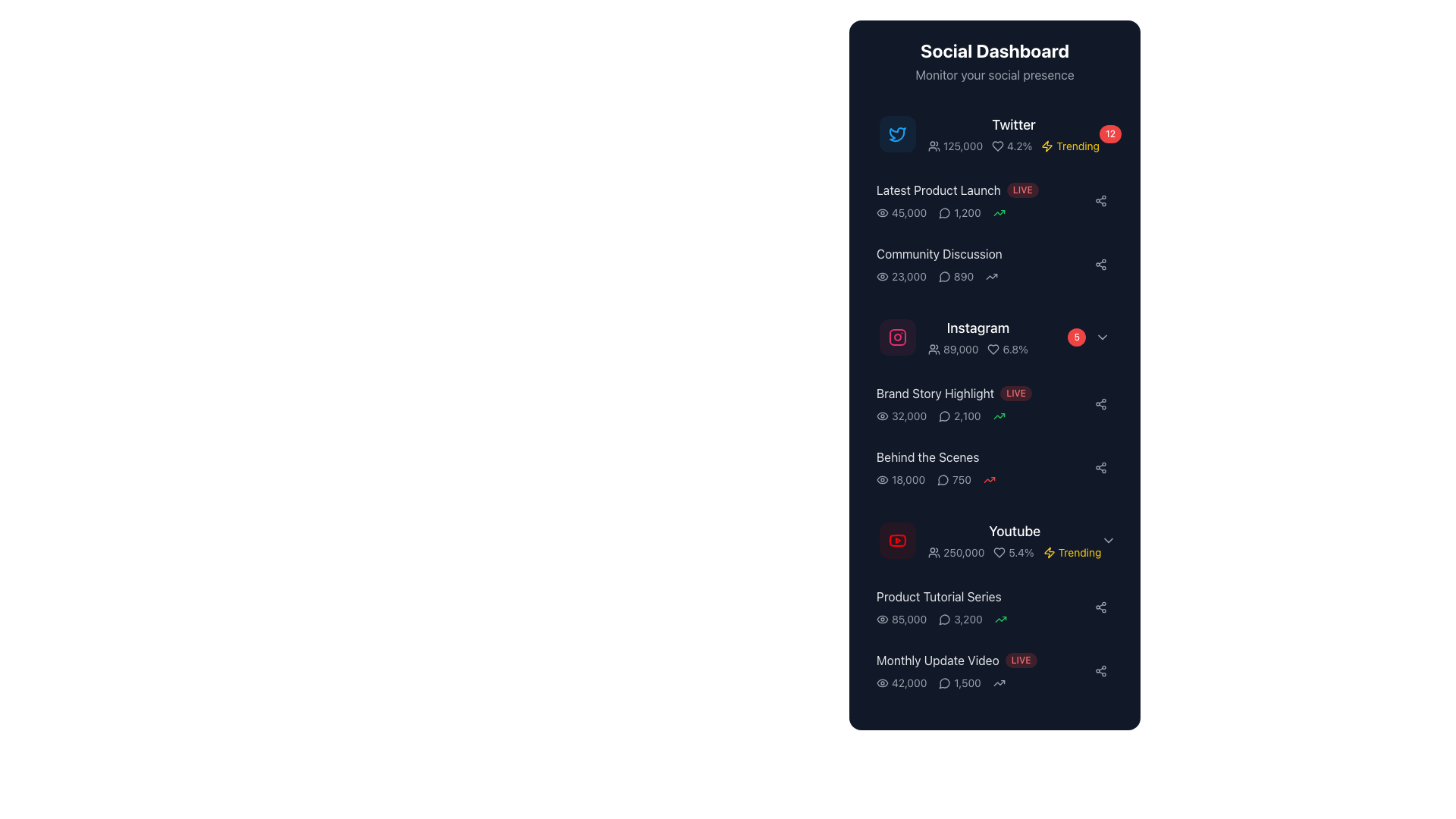  I want to click on text from the trending status label with an accompanying icon located in the 'Youtube' section of the social dashboard UI, positioned to the right of user statistics and above the dropdown indicator, so click(1072, 553).